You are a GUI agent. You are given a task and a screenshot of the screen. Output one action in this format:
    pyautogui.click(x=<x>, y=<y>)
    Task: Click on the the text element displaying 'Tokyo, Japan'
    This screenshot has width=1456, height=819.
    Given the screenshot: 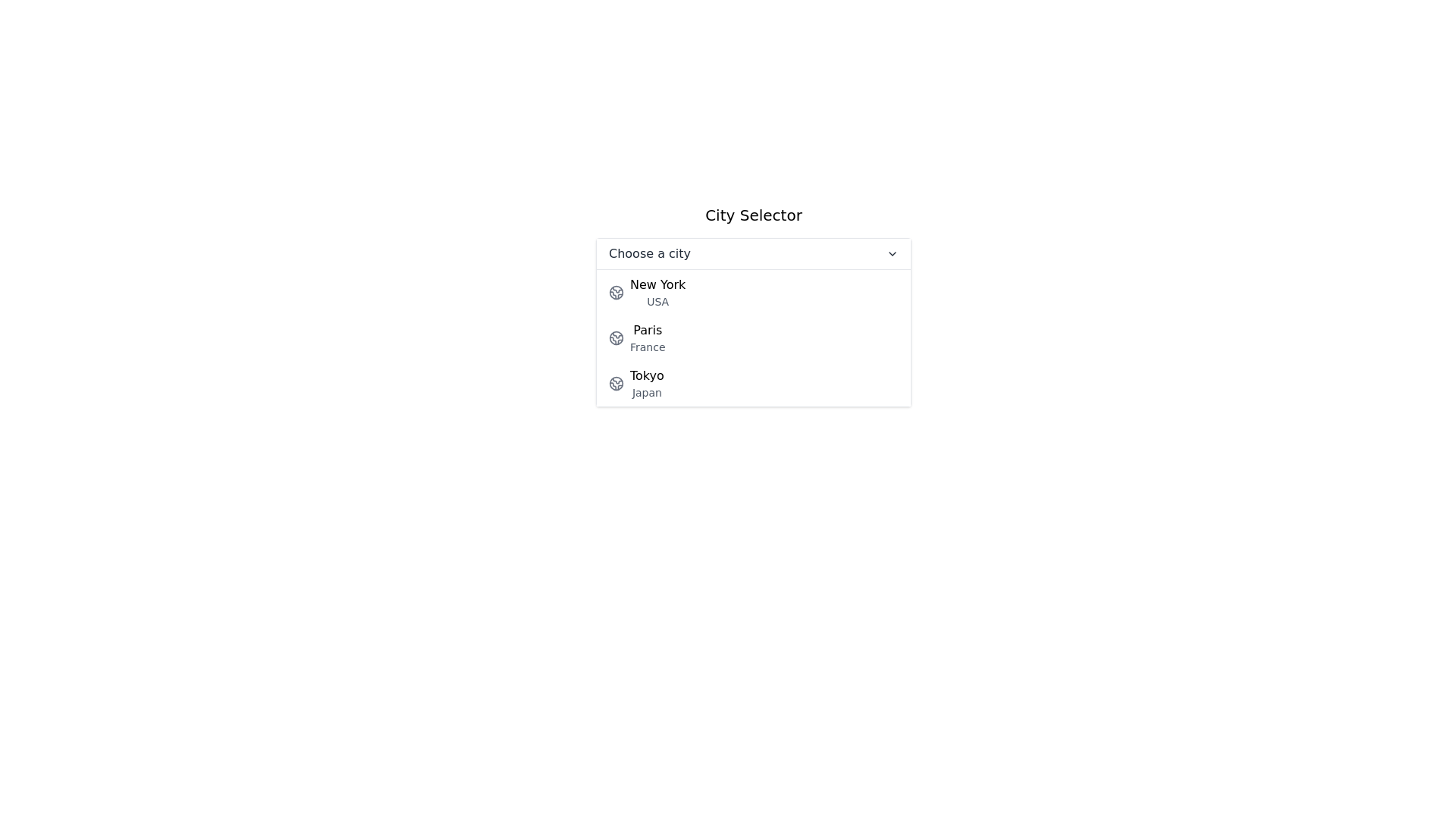 What is the action you would take?
    pyautogui.click(x=647, y=382)
    